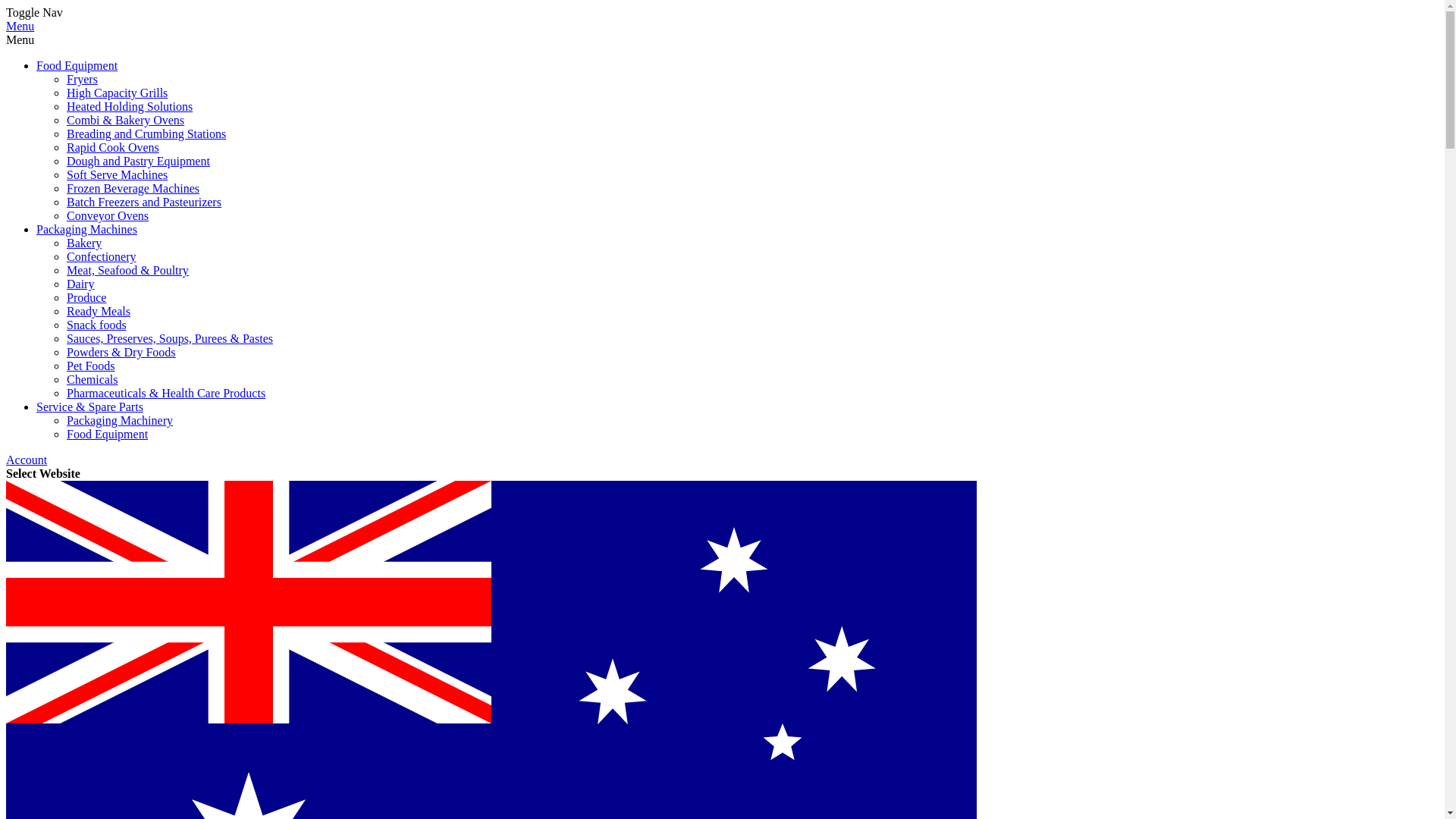  Describe the element at coordinates (107, 215) in the screenshot. I see `'Conveyor Ovens'` at that location.